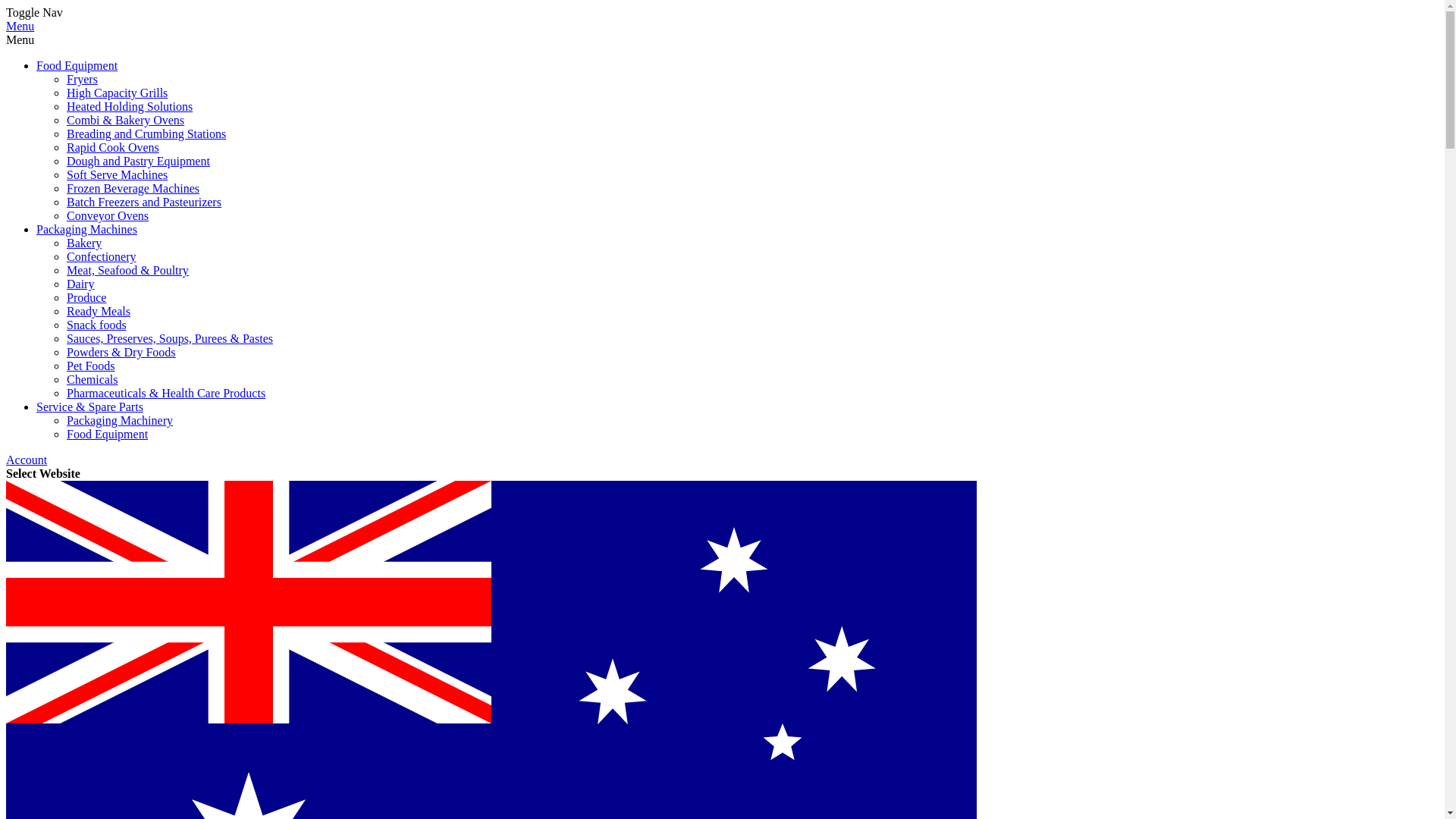  Describe the element at coordinates (107, 215) in the screenshot. I see `'Conveyor Ovens'` at that location.